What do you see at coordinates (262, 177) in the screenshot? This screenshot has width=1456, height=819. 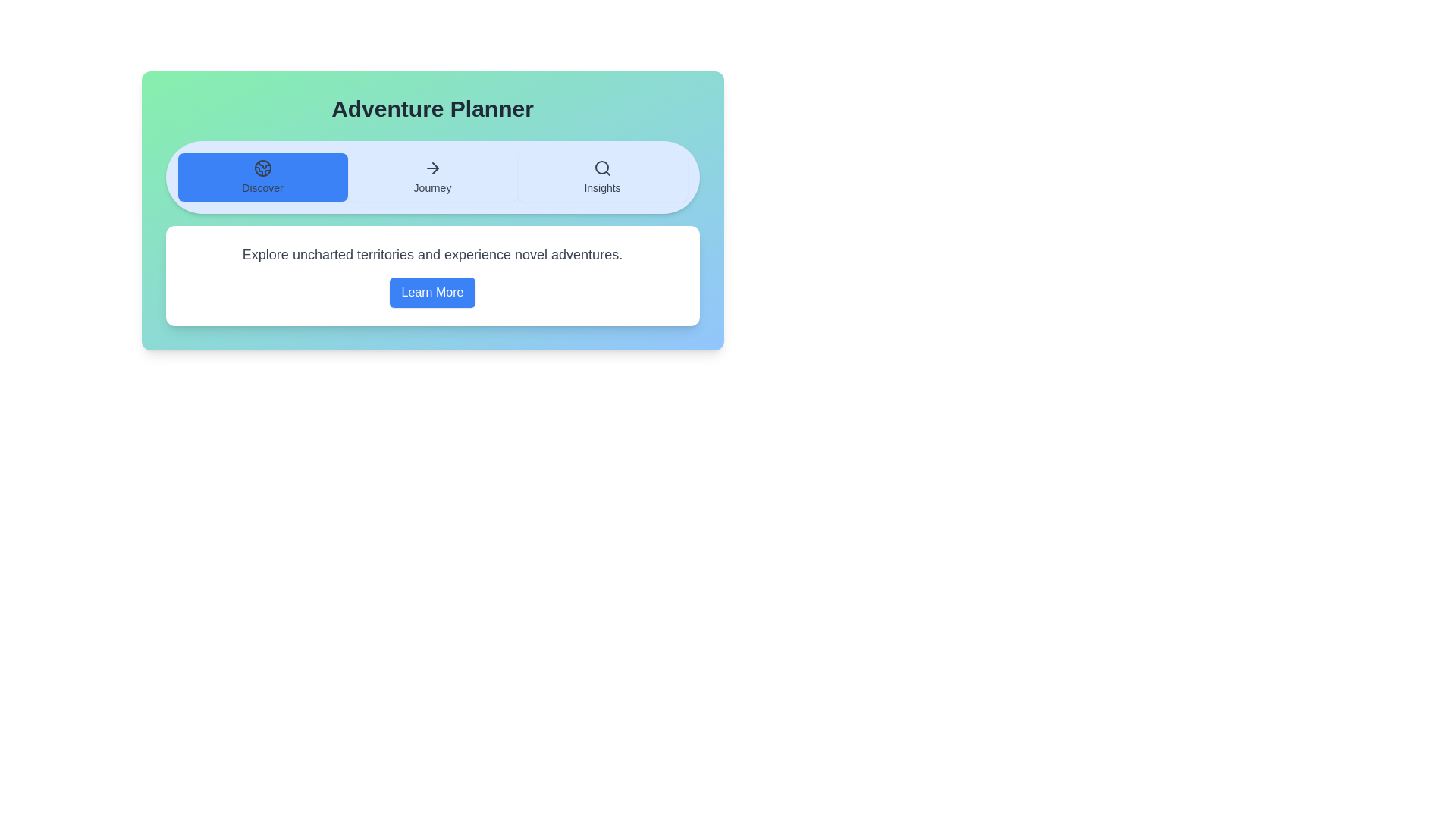 I see `the 'Discover' navigation button located to the far left of the three horizontal buttons` at bounding box center [262, 177].